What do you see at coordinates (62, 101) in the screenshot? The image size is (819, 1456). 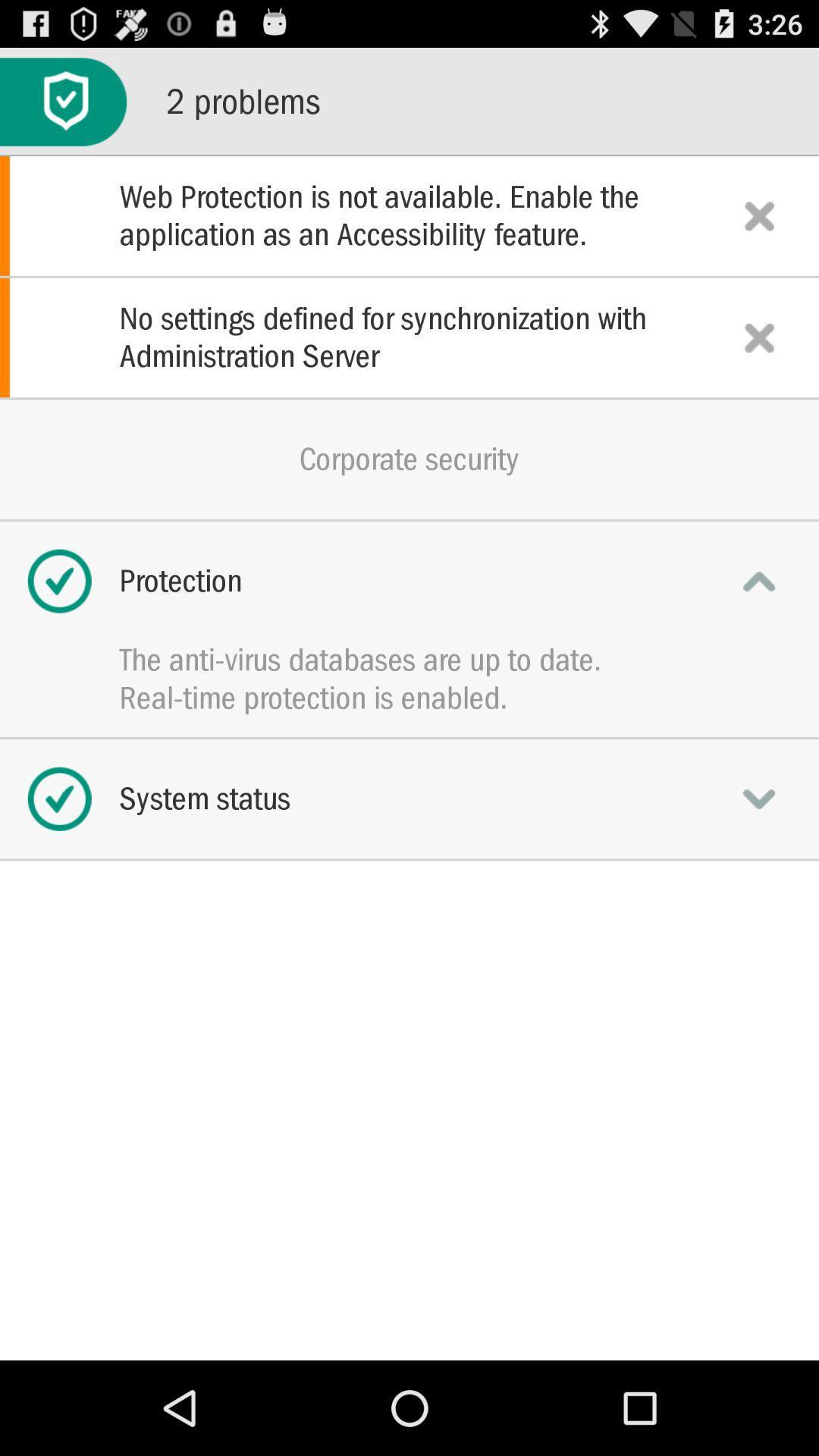 I see `the icon above the web protection is icon` at bounding box center [62, 101].